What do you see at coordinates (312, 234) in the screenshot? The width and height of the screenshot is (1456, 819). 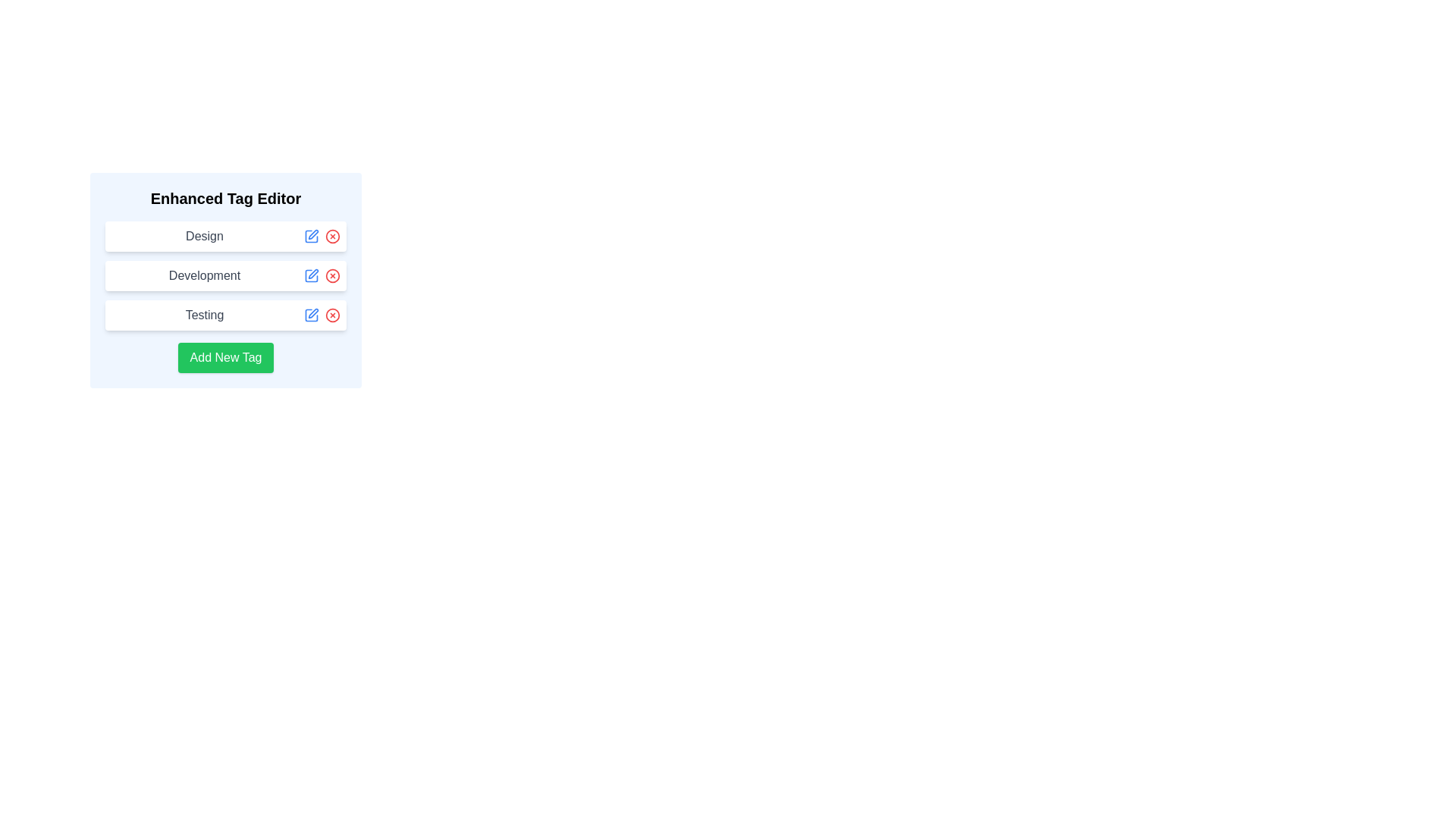 I see `the editing tool icon located to the right of the 'Design' label` at bounding box center [312, 234].